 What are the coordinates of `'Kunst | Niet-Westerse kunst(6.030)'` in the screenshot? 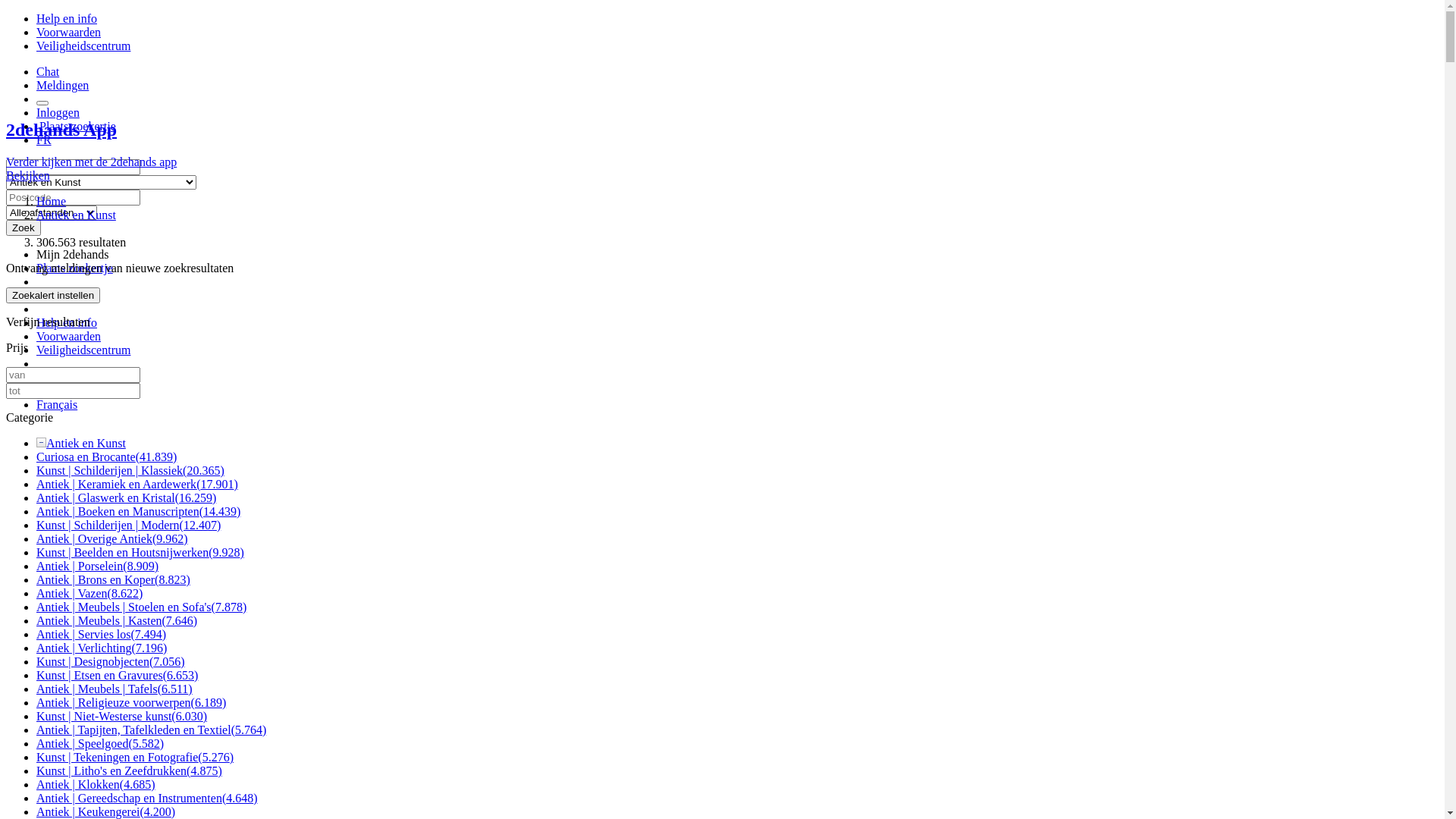 It's located at (121, 716).